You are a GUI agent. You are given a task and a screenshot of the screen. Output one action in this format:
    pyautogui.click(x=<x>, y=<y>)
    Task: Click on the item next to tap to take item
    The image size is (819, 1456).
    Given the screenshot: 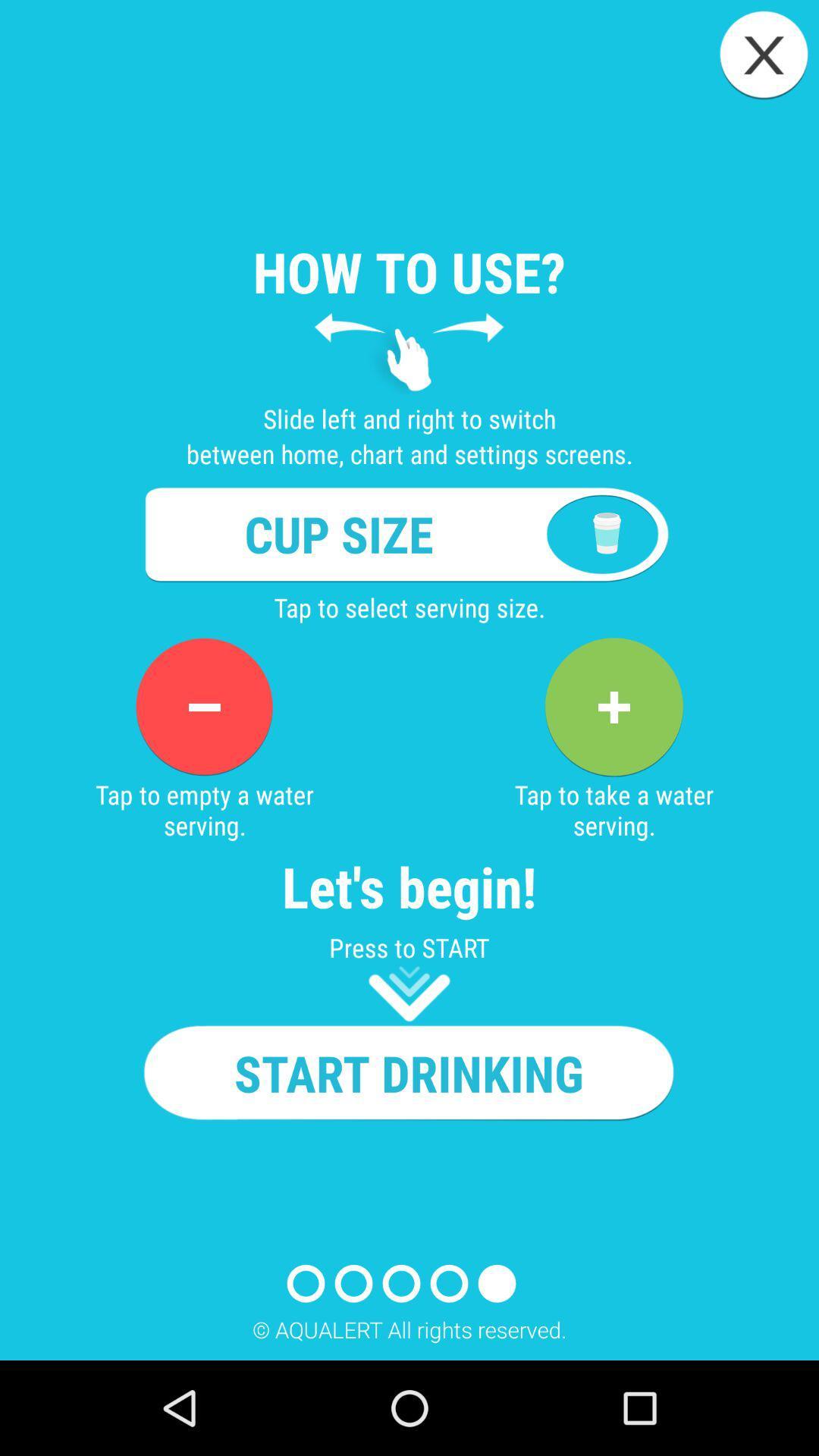 What is the action you would take?
    pyautogui.click(x=203, y=706)
    